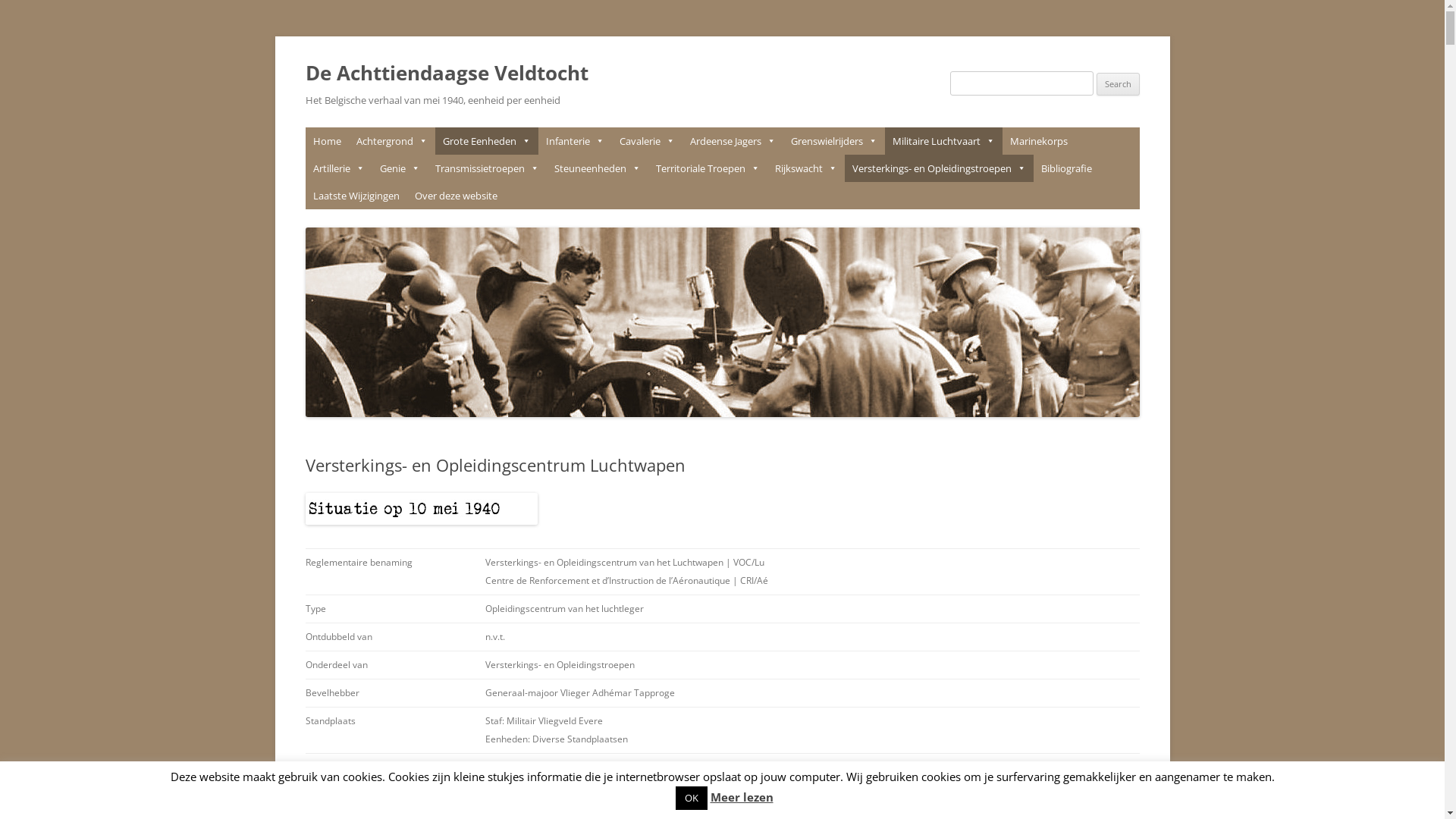 This screenshot has height=819, width=1456. What do you see at coordinates (337, 168) in the screenshot?
I see `'Artillerie'` at bounding box center [337, 168].